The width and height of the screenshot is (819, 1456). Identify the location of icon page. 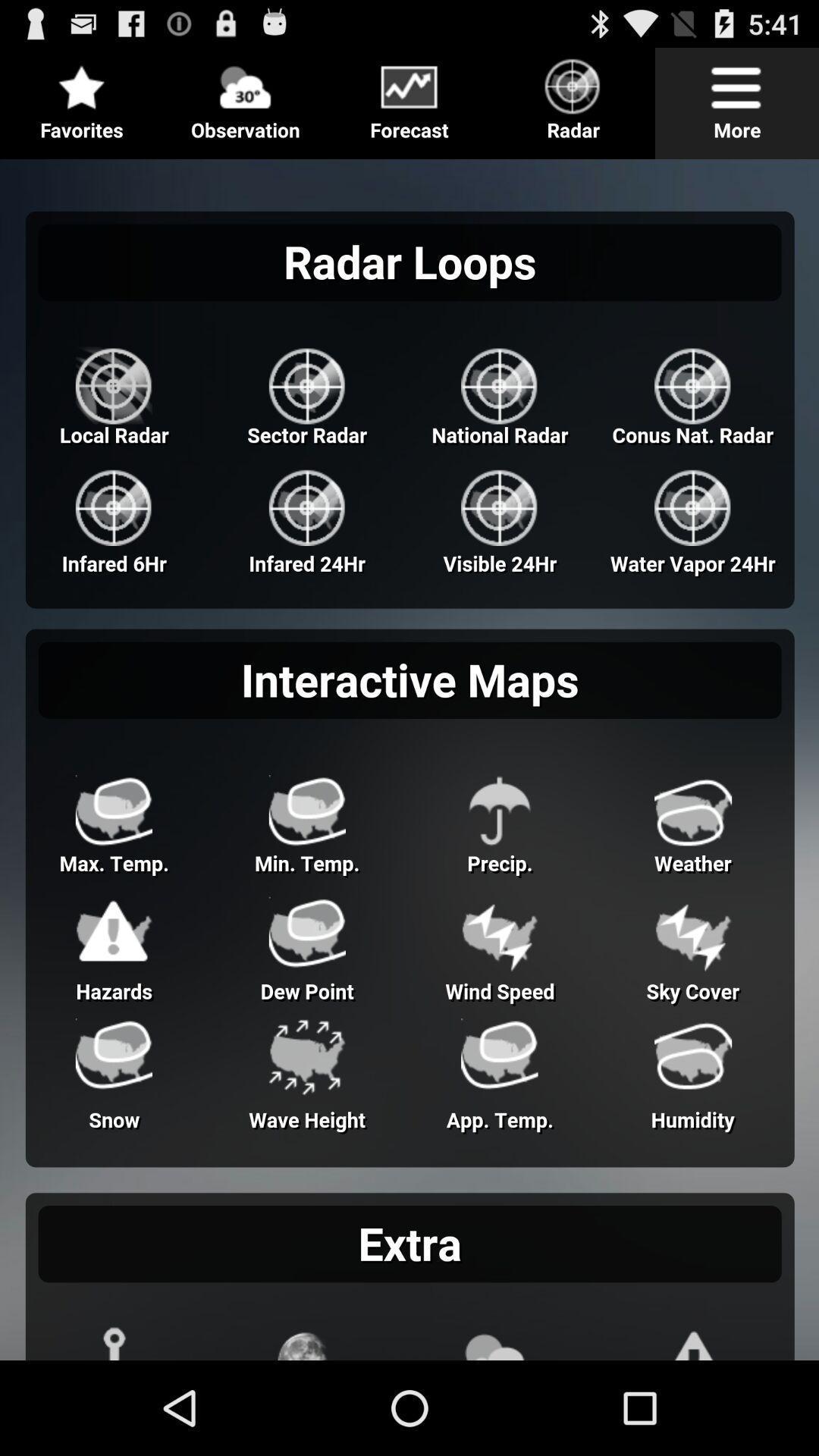
(409, 96).